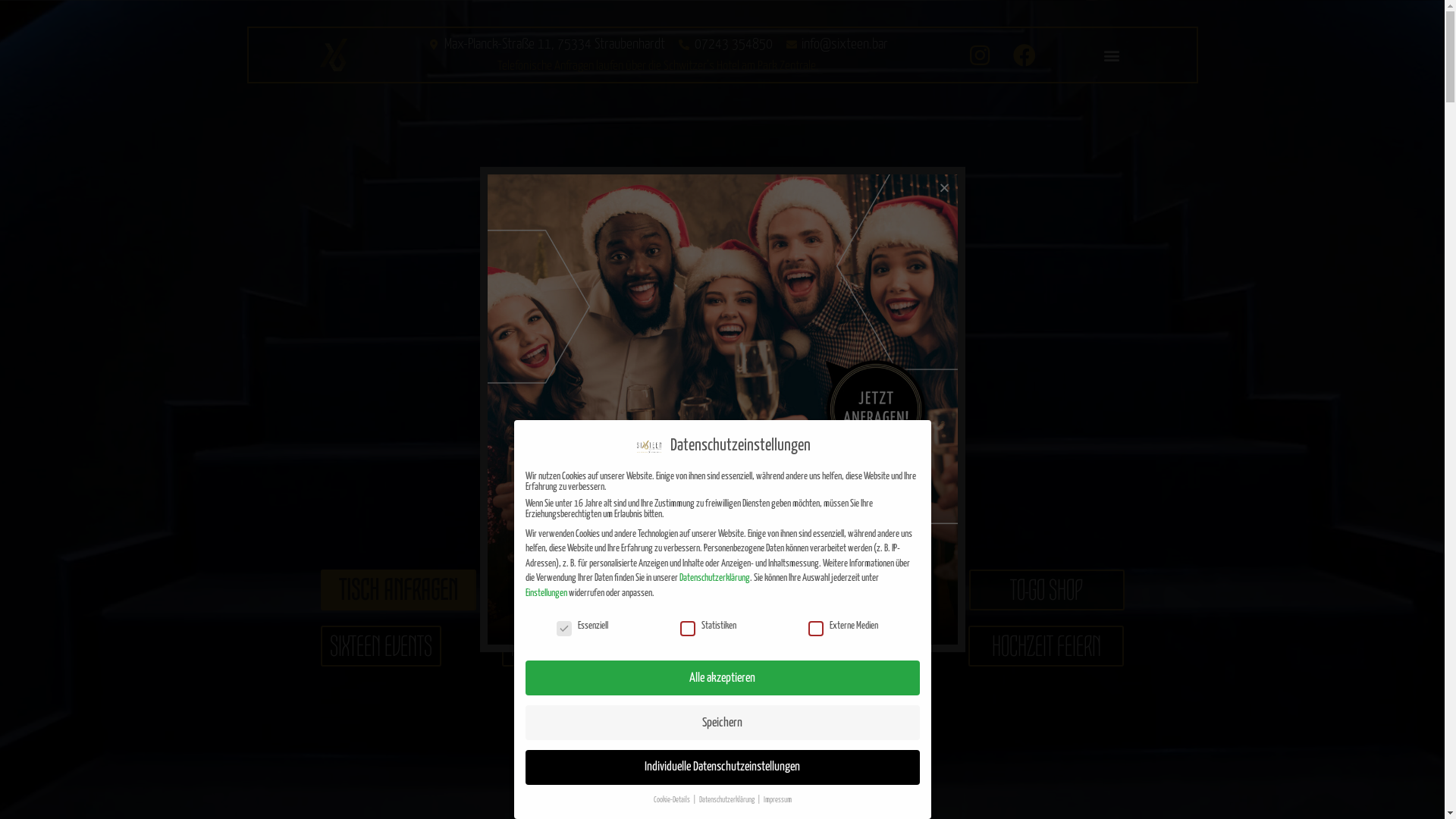  What do you see at coordinates (672, 799) in the screenshot?
I see `'Cookie-Details'` at bounding box center [672, 799].